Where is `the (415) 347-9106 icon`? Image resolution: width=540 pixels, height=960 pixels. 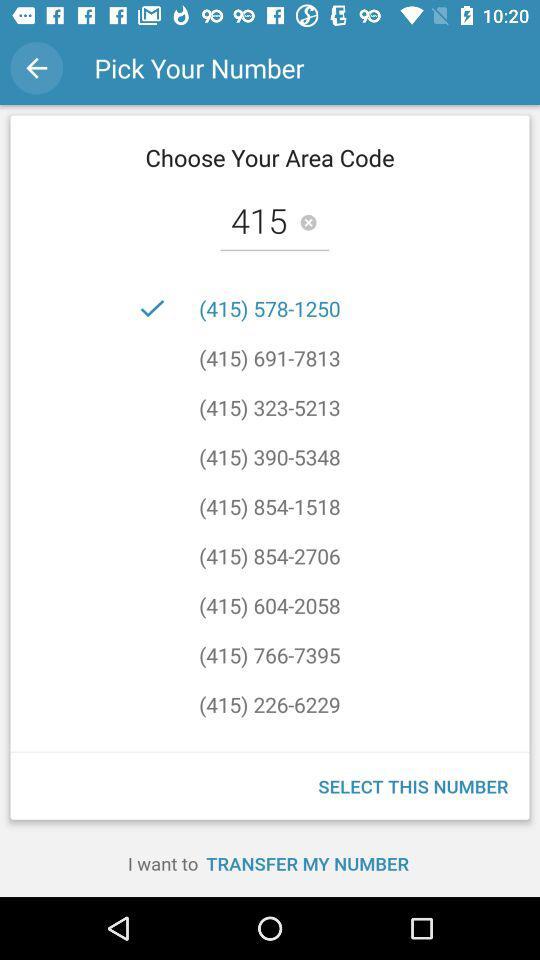 the (415) 347-9106 icon is located at coordinates (269, 728).